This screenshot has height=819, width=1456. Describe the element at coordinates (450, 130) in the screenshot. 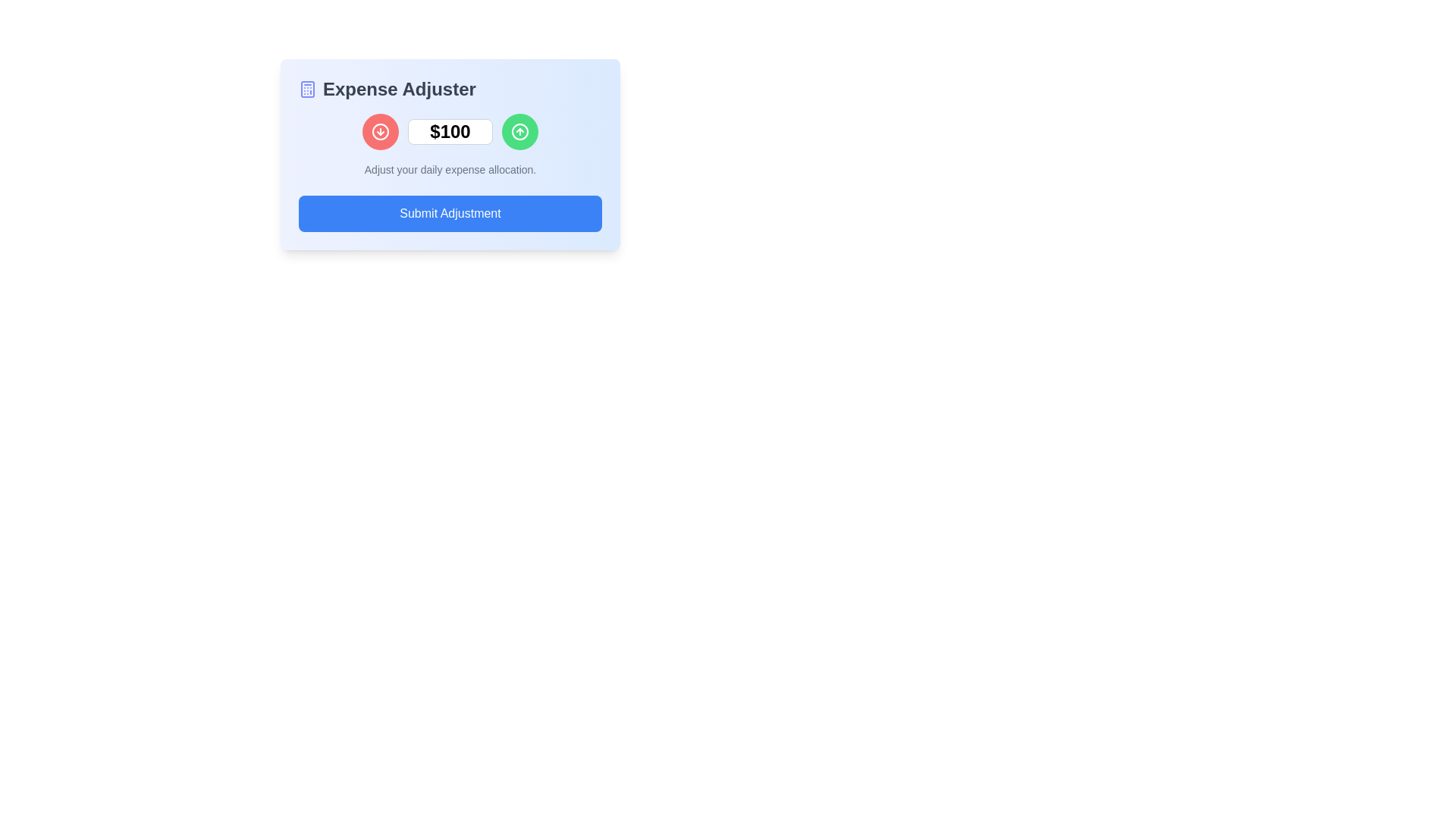

I see `the text input field displaying '$100' to focus and edit its value` at that location.